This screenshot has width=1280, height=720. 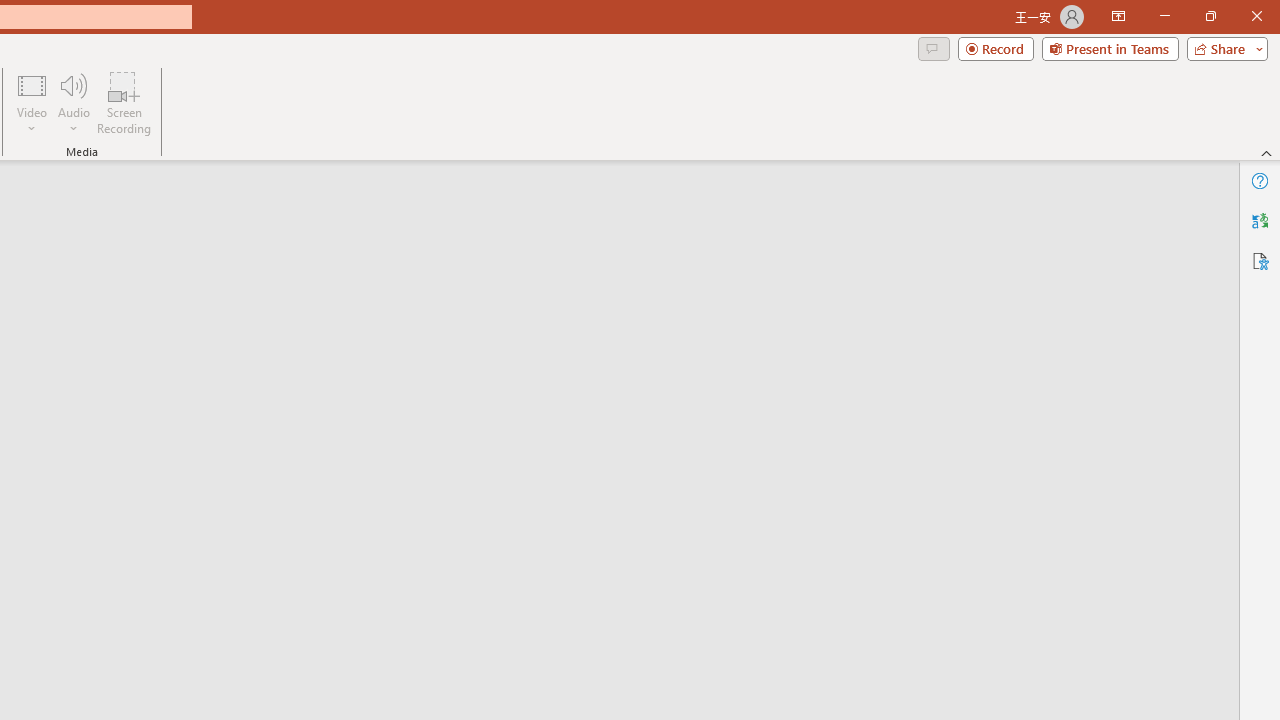 What do you see at coordinates (123, 103) in the screenshot?
I see `'Screen Recording...'` at bounding box center [123, 103].